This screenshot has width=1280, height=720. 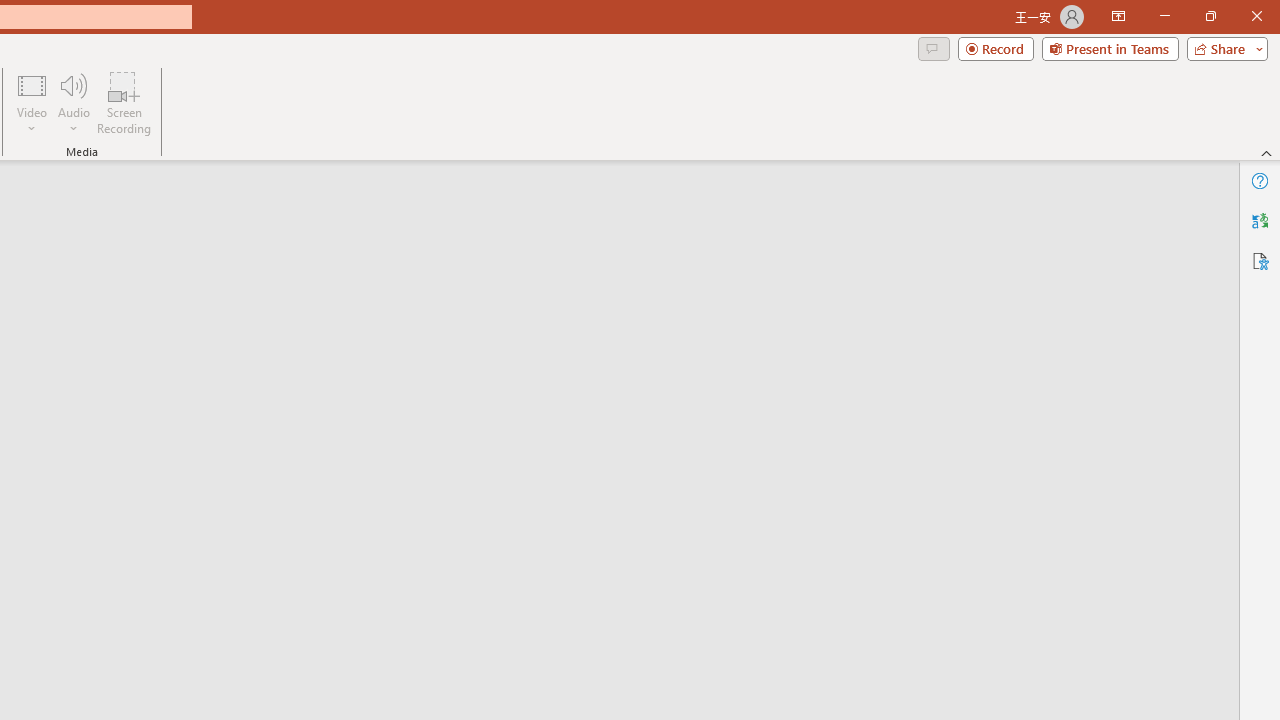 What do you see at coordinates (123, 103) in the screenshot?
I see `'Screen Recording...'` at bounding box center [123, 103].